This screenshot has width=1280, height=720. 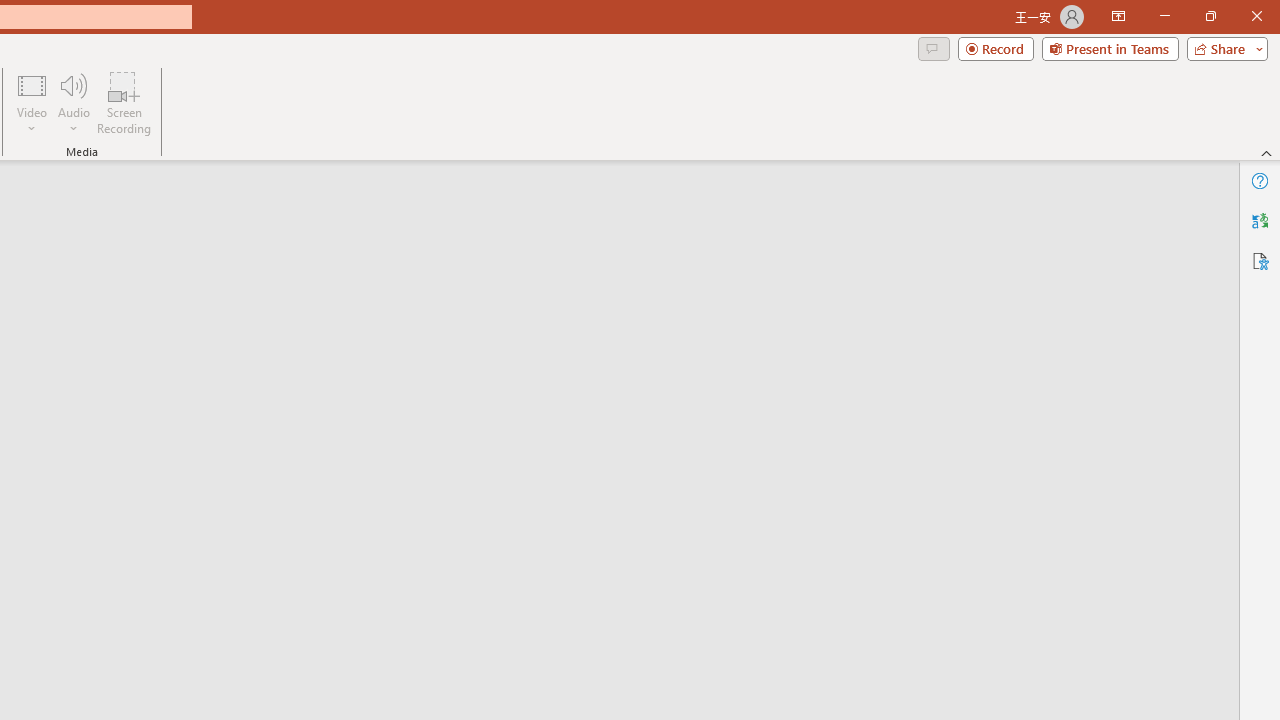 What do you see at coordinates (123, 103) in the screenshot?
I see `'Screen Recording...'` at bounding box center [123, 103].